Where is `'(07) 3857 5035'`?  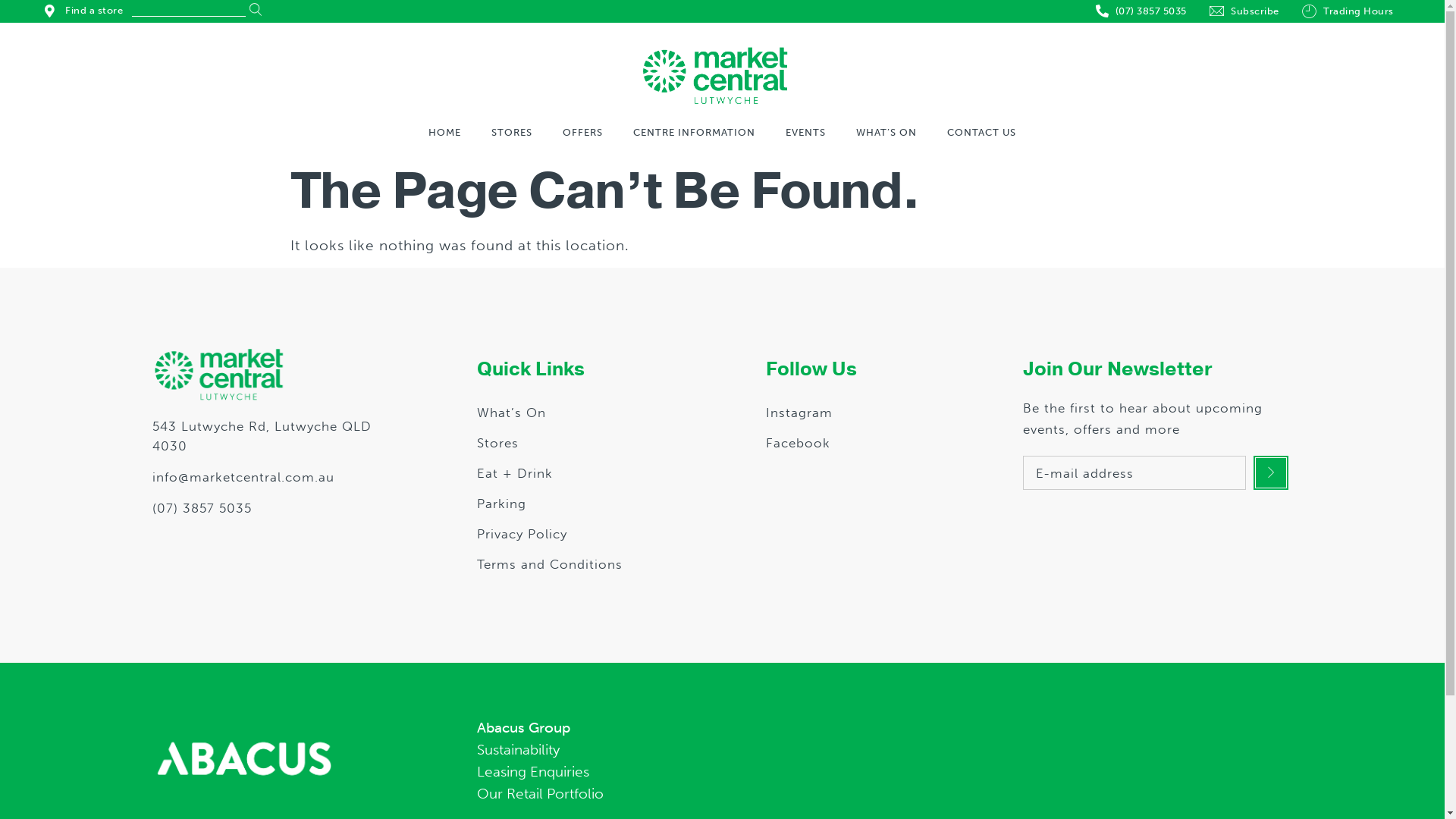
'(07) 3857 5035' is located at coordinates (1141, 11).